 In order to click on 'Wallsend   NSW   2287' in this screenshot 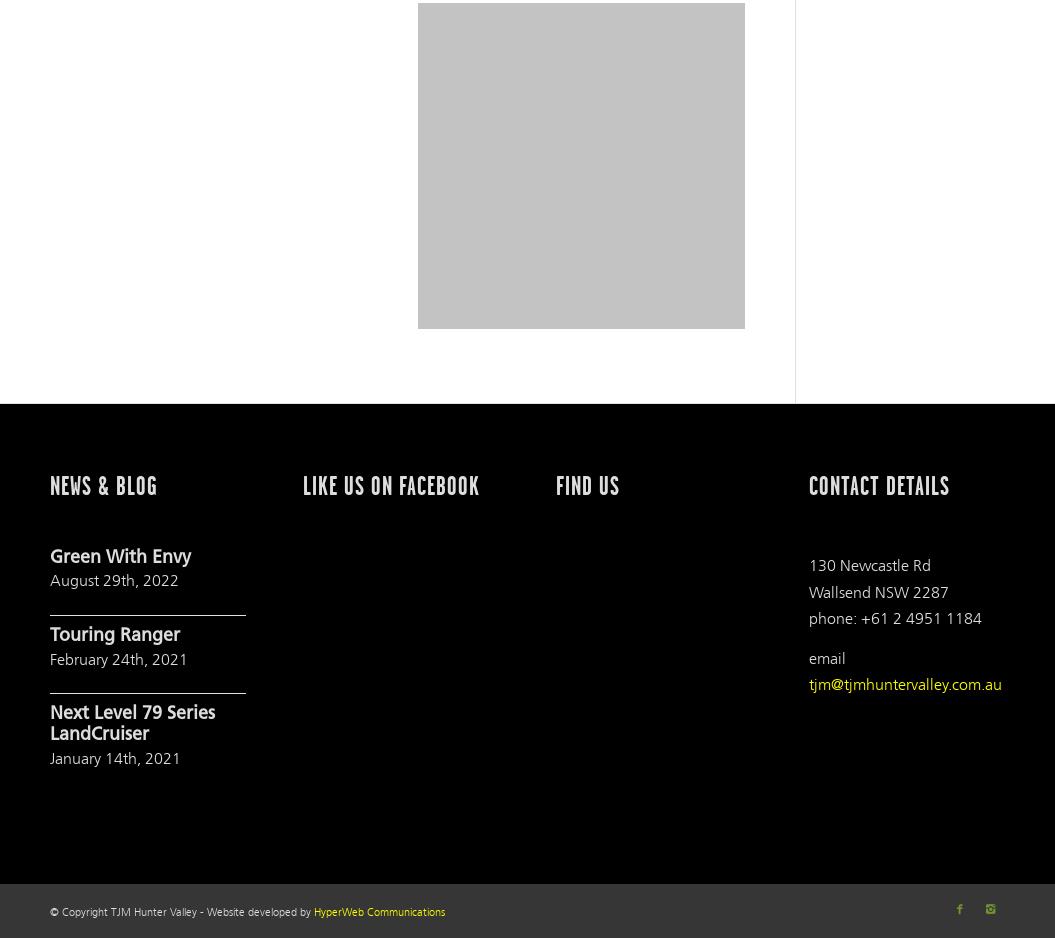, I will do `click(807, 590)`.